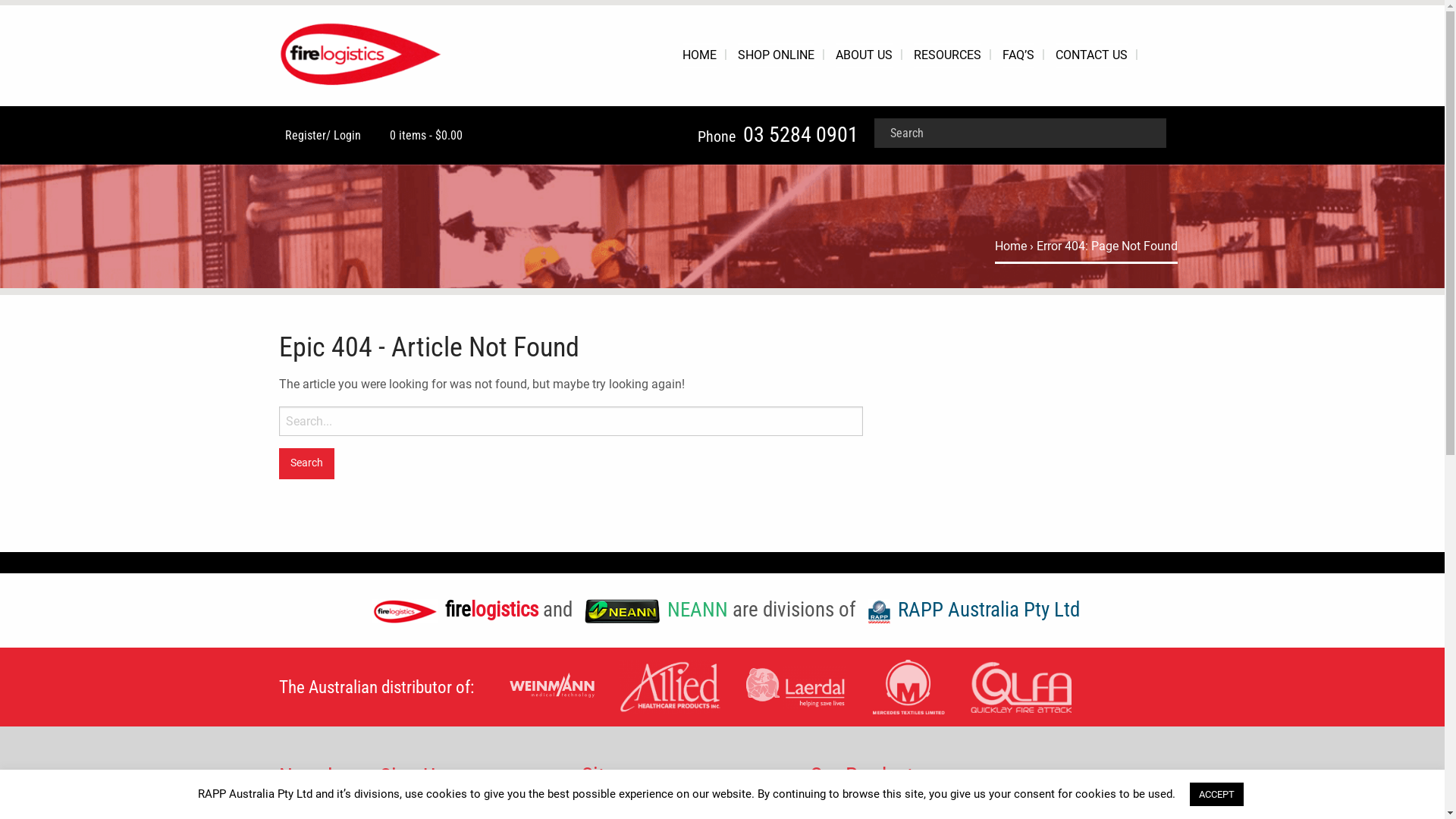 This screenshot has height=819, width=1456. What do you see at coordinates (800, 133) in the screenshot?
I see `'03 5284 0901'` at bounding box center [800, 133].